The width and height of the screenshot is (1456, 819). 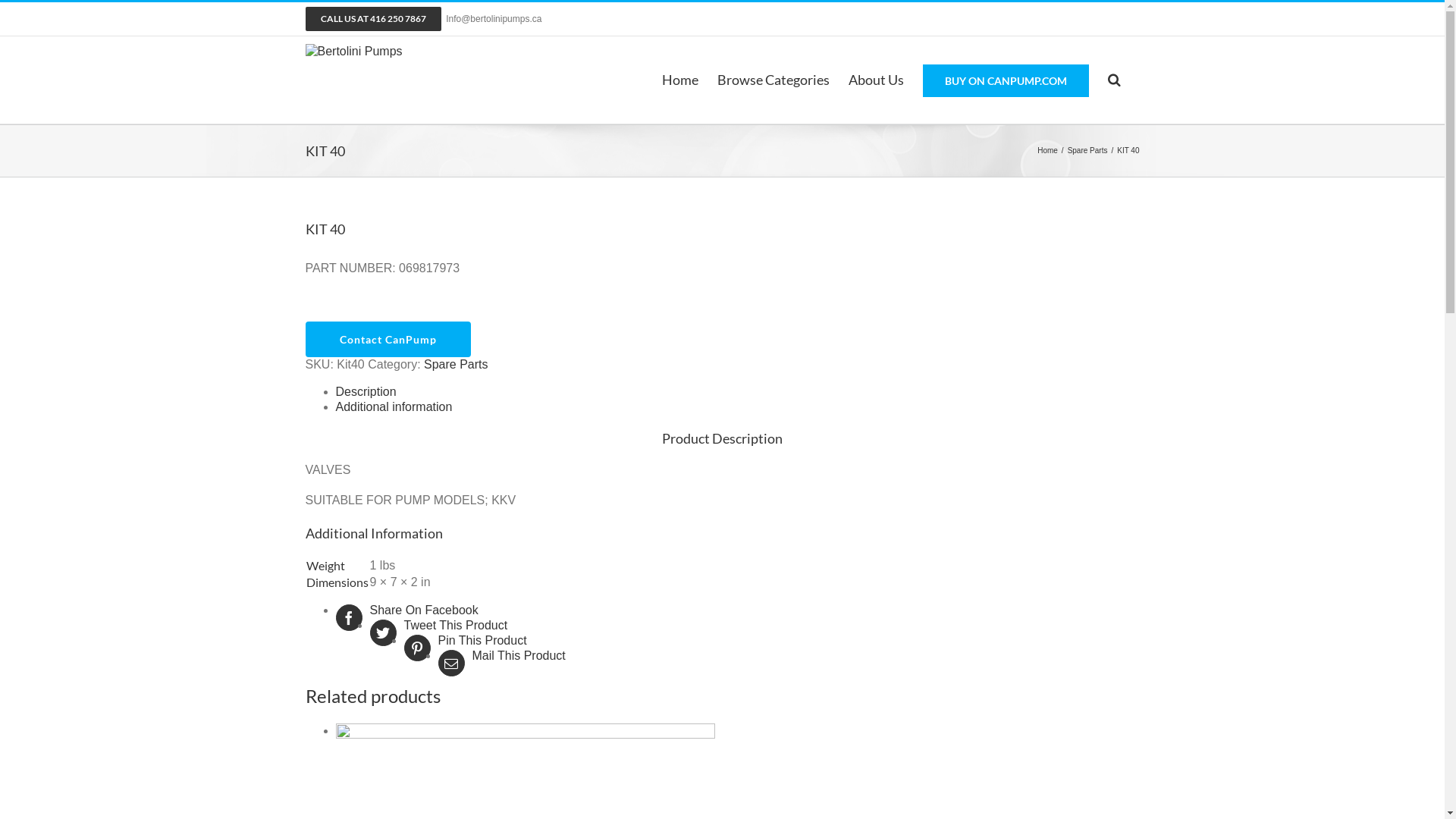 I want to click on 'Home', so click(x=679, y=80).